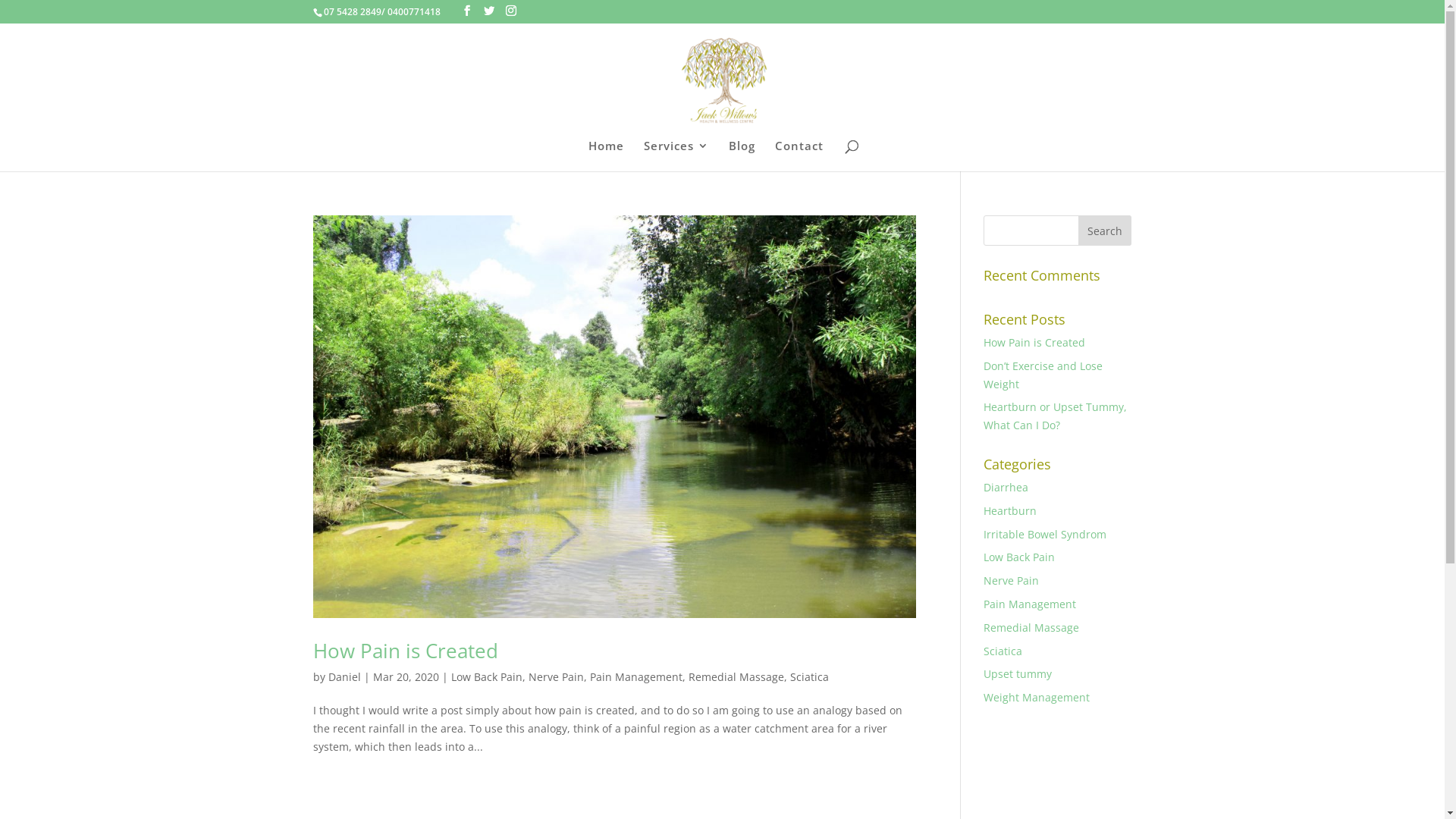 This screenshot has width=1456, height=819. Describe the element at coordinates (636, 676) in the screenshot. I see `'Pain Management'` at that location.